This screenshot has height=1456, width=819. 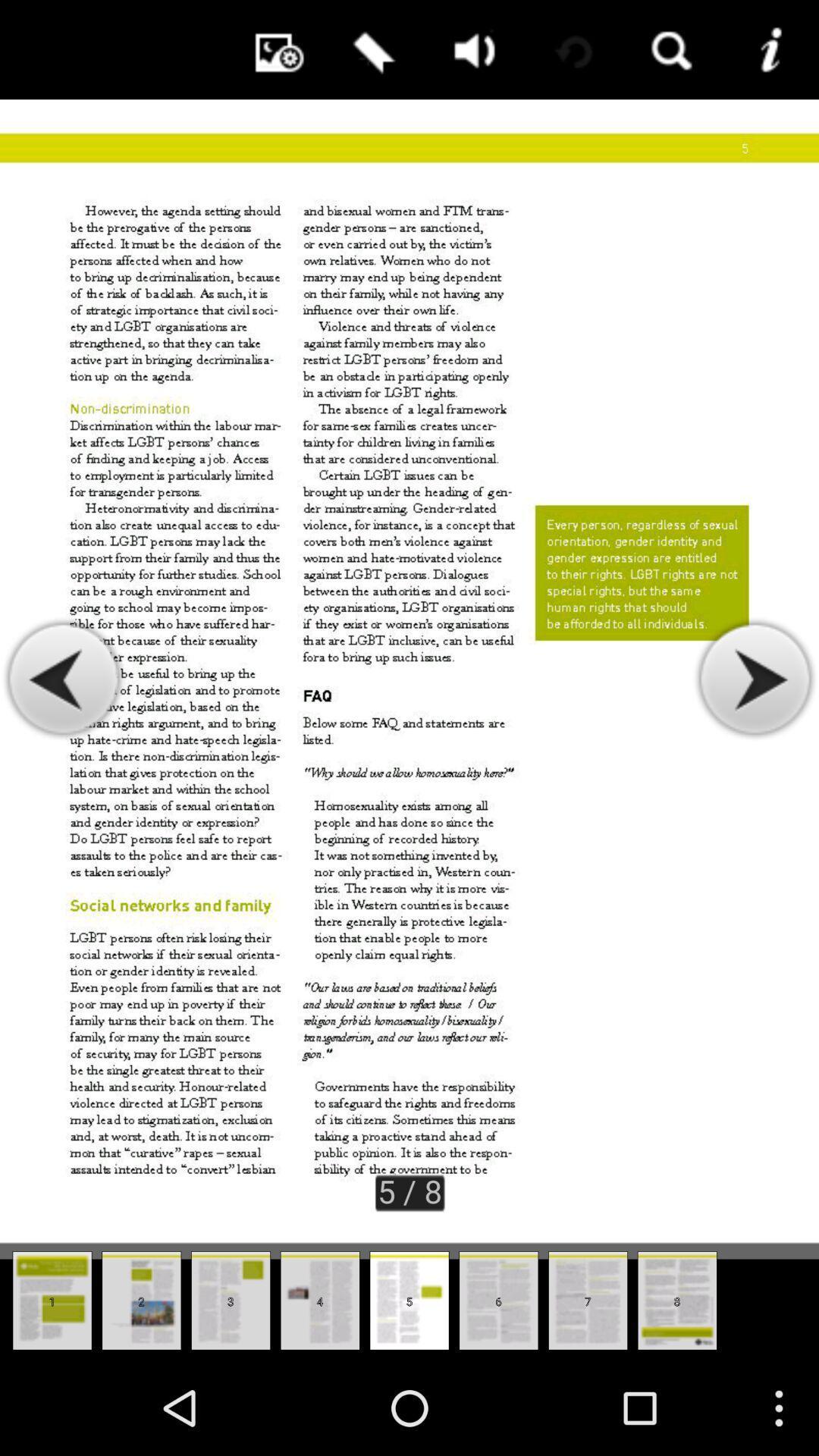 What do you see at coordinates (469, 49) in the screenshot?
I see `app above the 5 / 8 item` at bounding box center [469, 49].